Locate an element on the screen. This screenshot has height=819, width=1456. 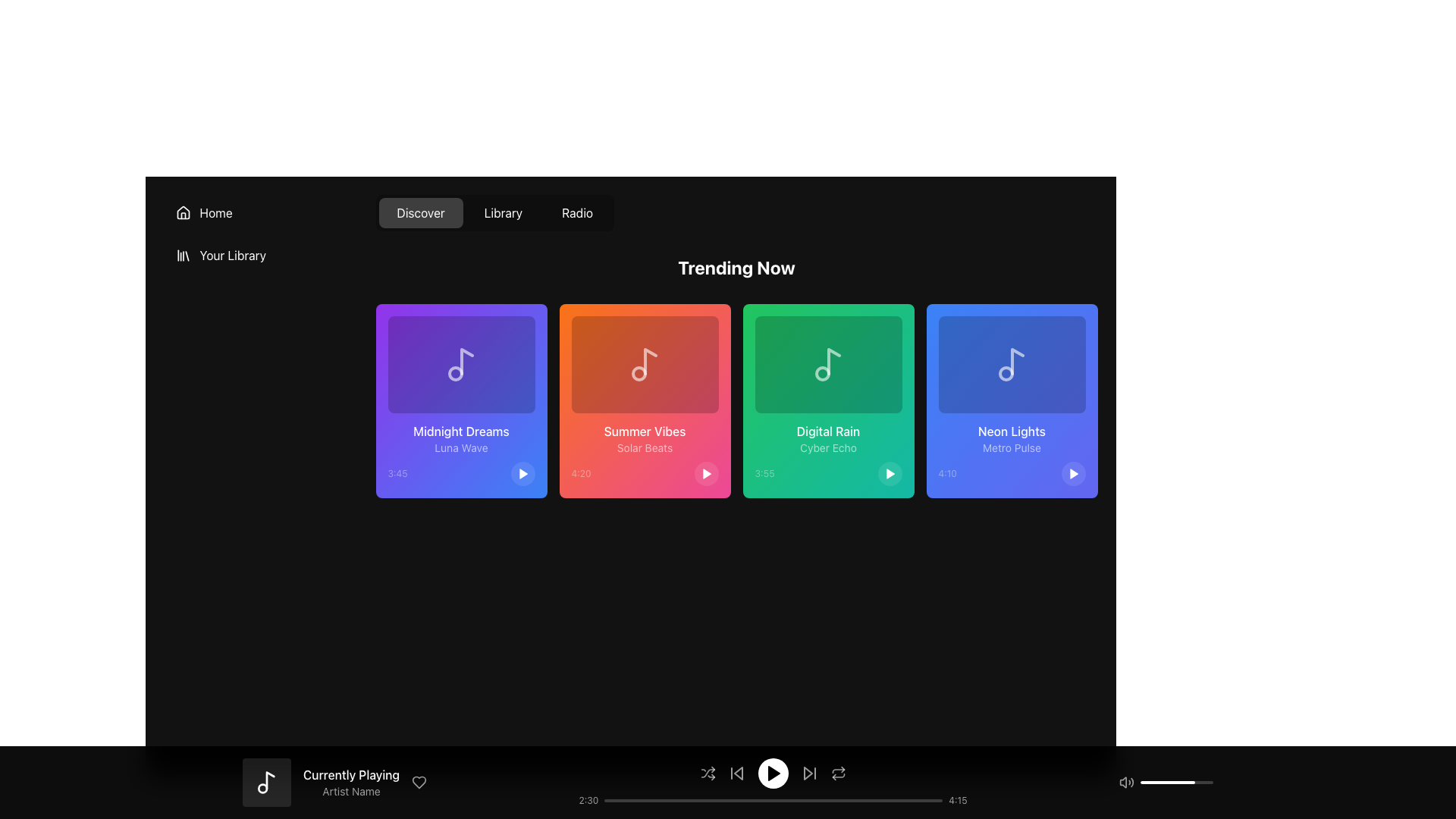
the slider value is located at coordinates (1145, 783).